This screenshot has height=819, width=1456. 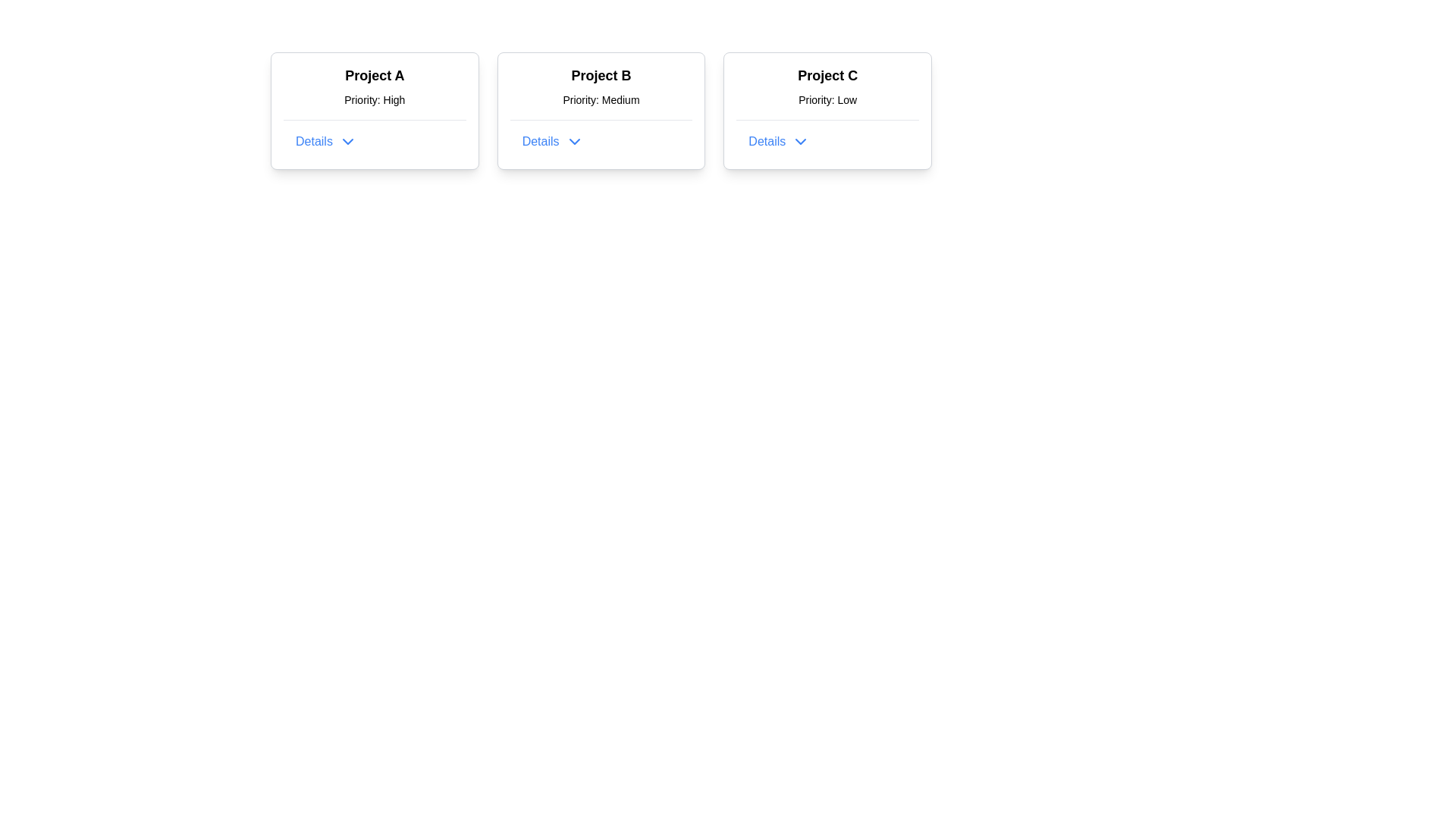 What do you see at coordinates (600, 99) in the screenshot?
I see `the text label that reads 'Priority: Medium', which is located below the header 'Project B' and above the 'Details' button in the center card of a three-card layout` at bounding box center [600, 99].